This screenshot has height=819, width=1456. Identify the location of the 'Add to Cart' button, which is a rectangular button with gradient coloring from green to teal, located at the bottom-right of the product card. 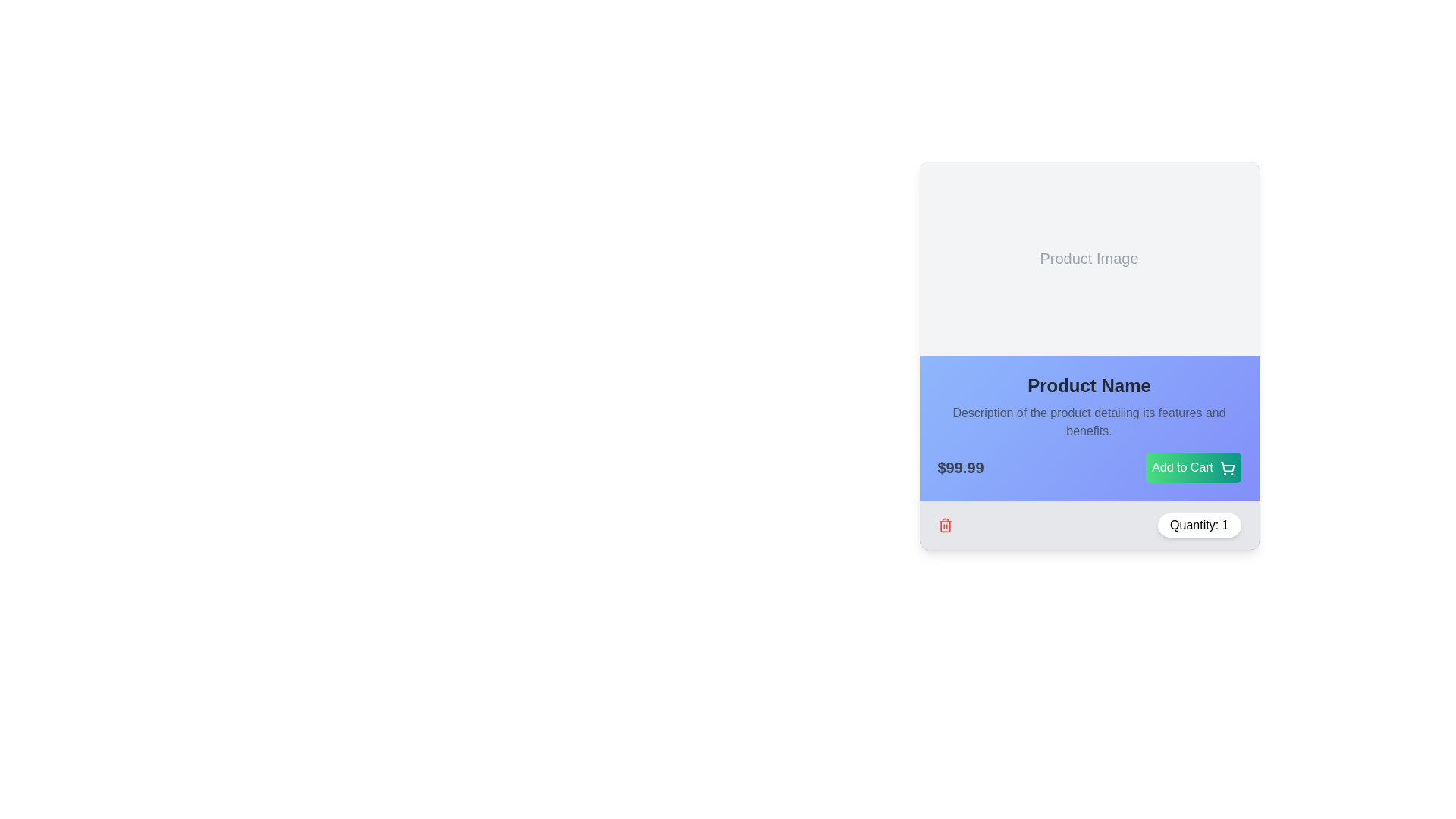
(1192, 467).